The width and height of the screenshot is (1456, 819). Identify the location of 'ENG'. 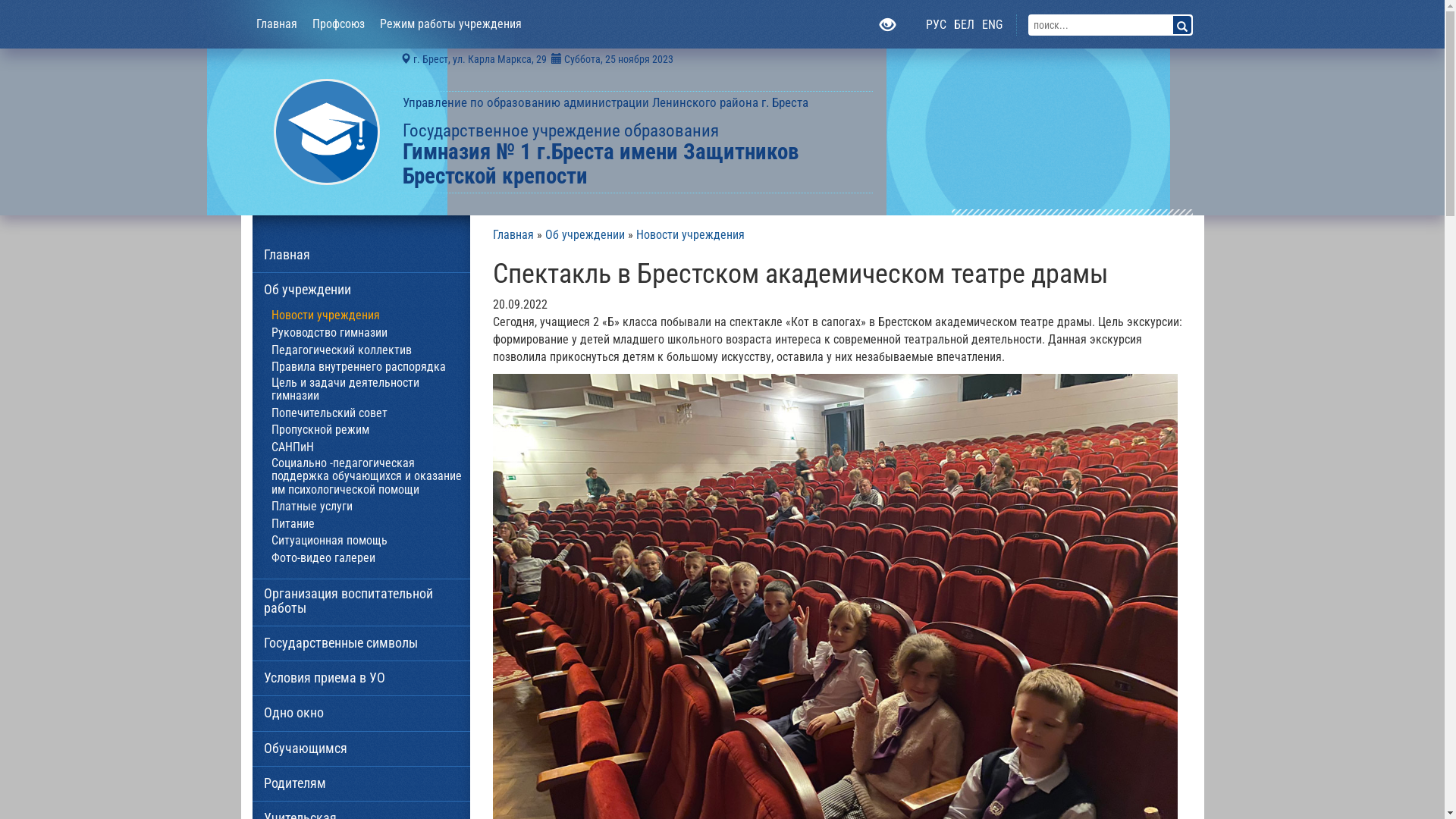
(992, 25).